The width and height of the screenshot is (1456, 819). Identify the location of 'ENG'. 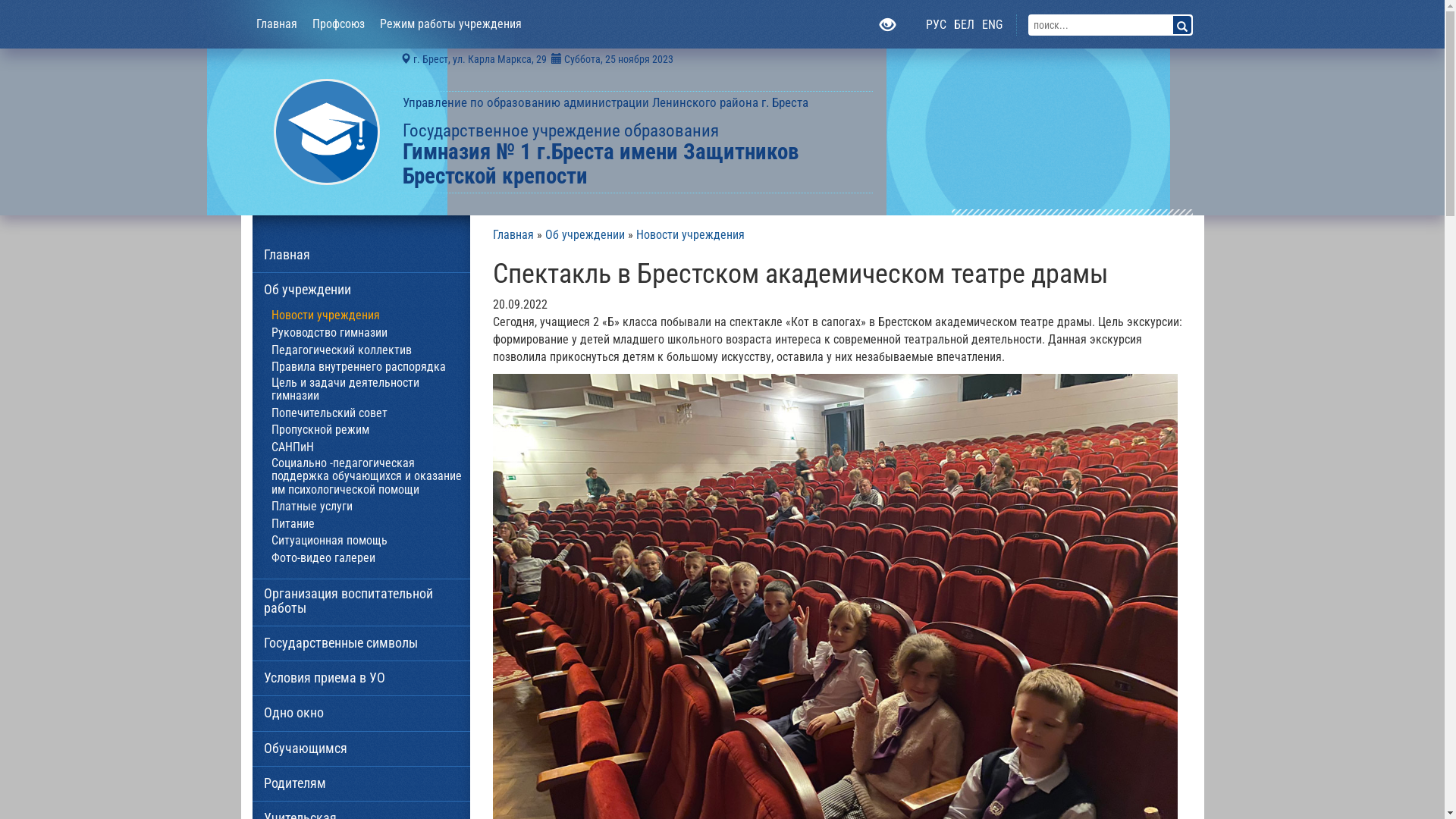
(992, 25).